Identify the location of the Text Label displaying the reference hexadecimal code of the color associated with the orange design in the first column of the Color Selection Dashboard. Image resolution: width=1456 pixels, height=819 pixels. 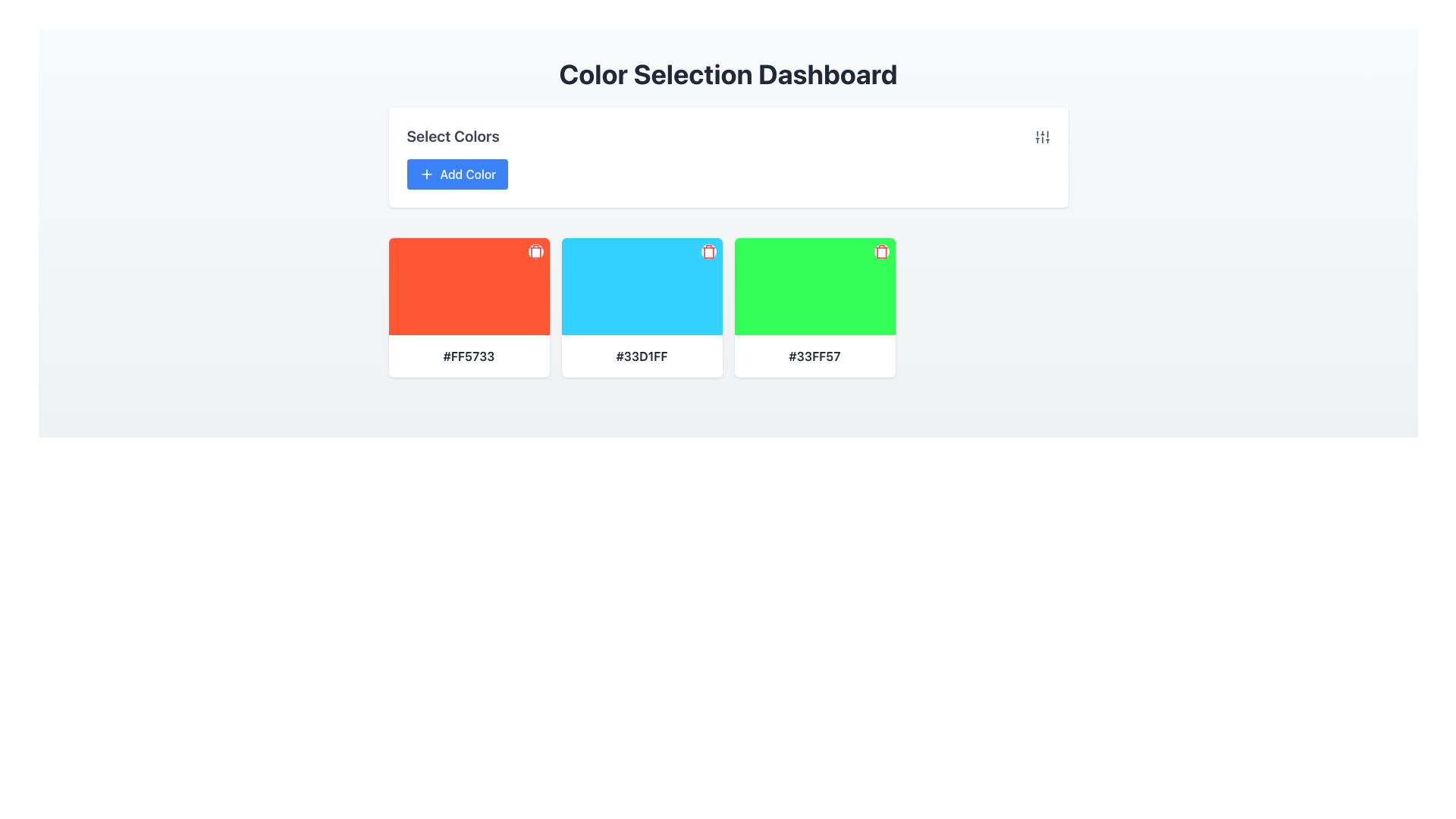
(468, 356).